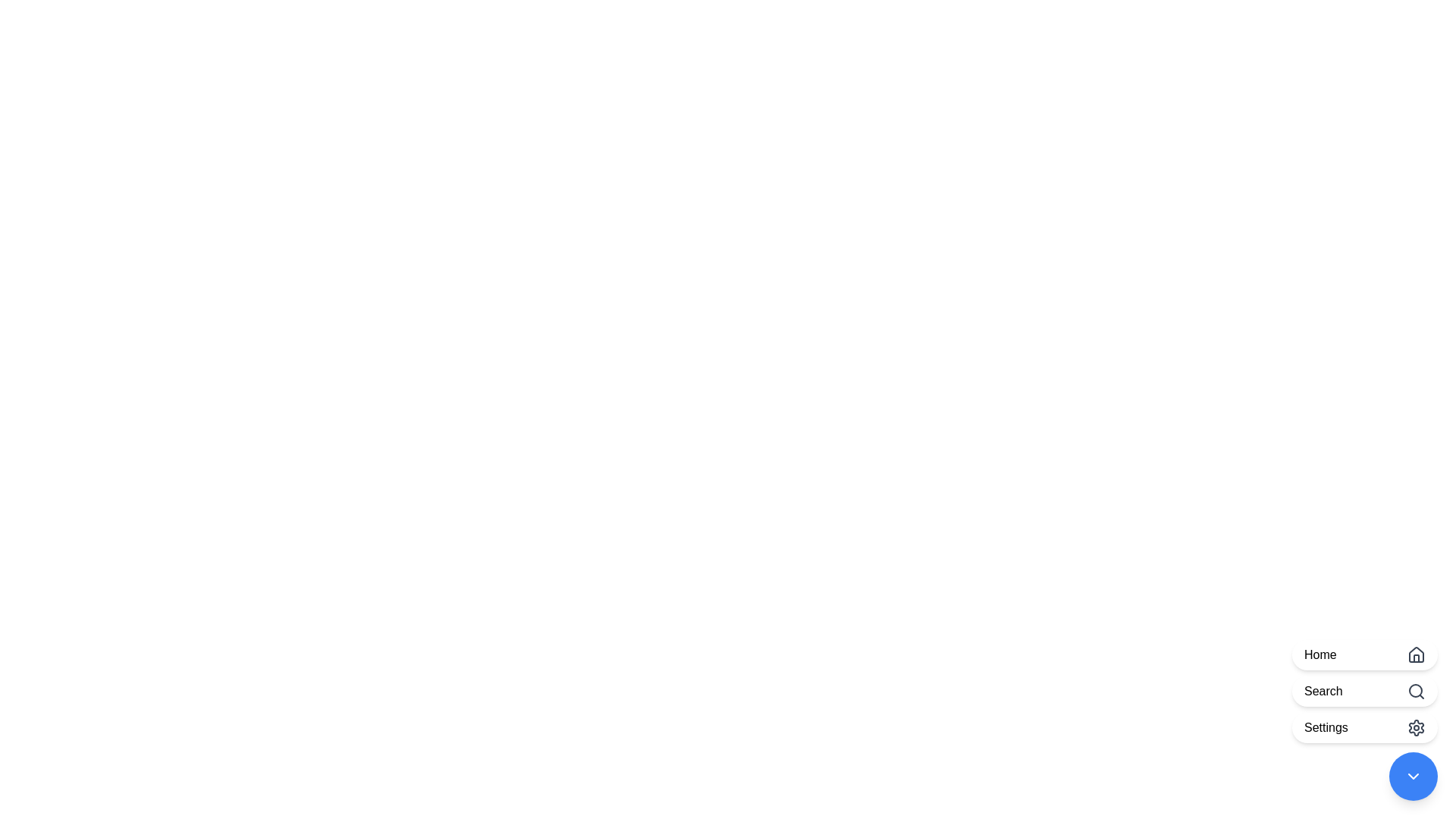 The image size is (1456, 819). I want to click on the 'Search' text label located inside the second item of the vertical menu, which is positioned to the left of the search icon, so click(1323, 691).